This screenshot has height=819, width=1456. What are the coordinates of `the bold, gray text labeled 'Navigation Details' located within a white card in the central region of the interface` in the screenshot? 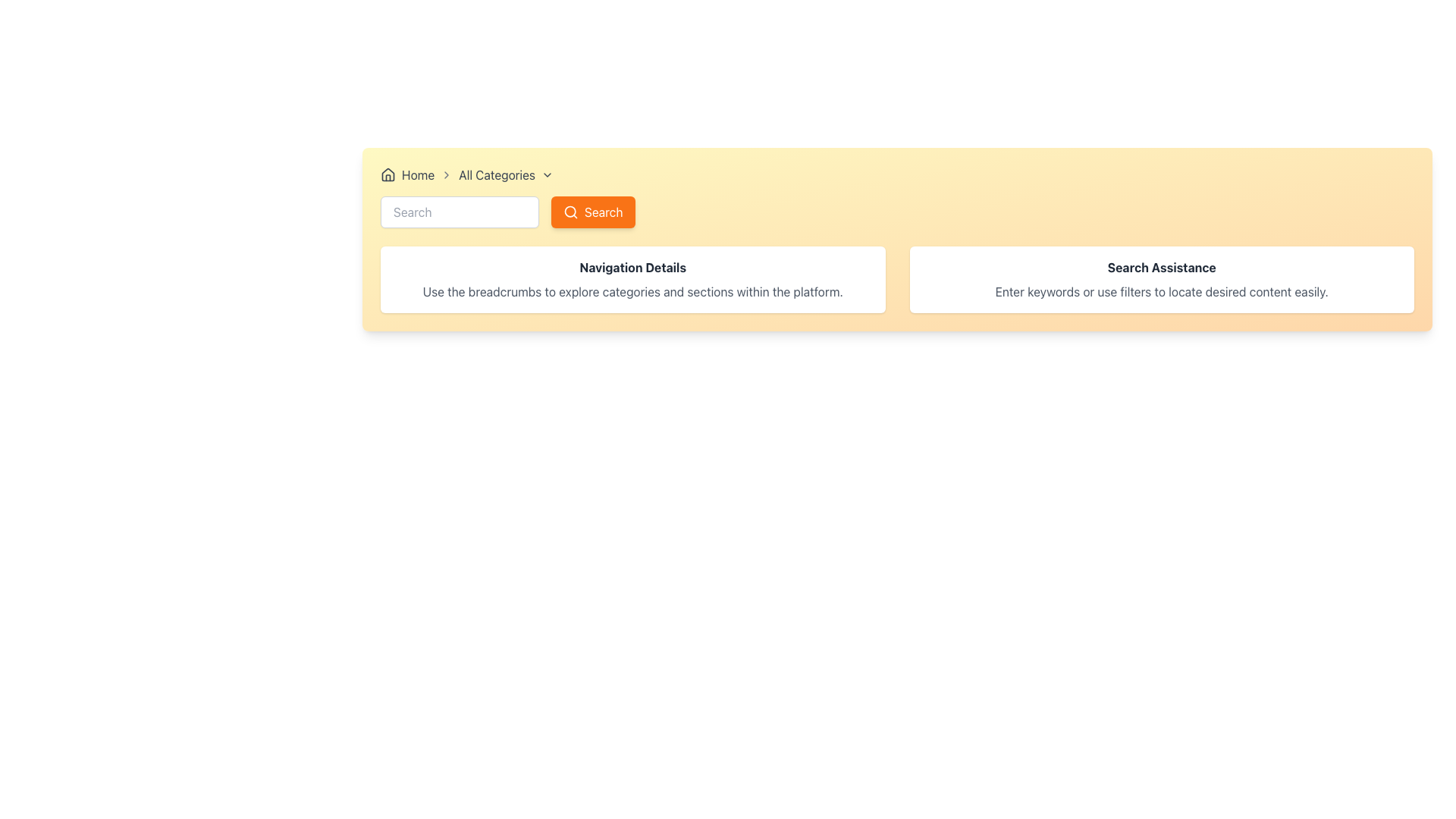 It's located at (632, 267).